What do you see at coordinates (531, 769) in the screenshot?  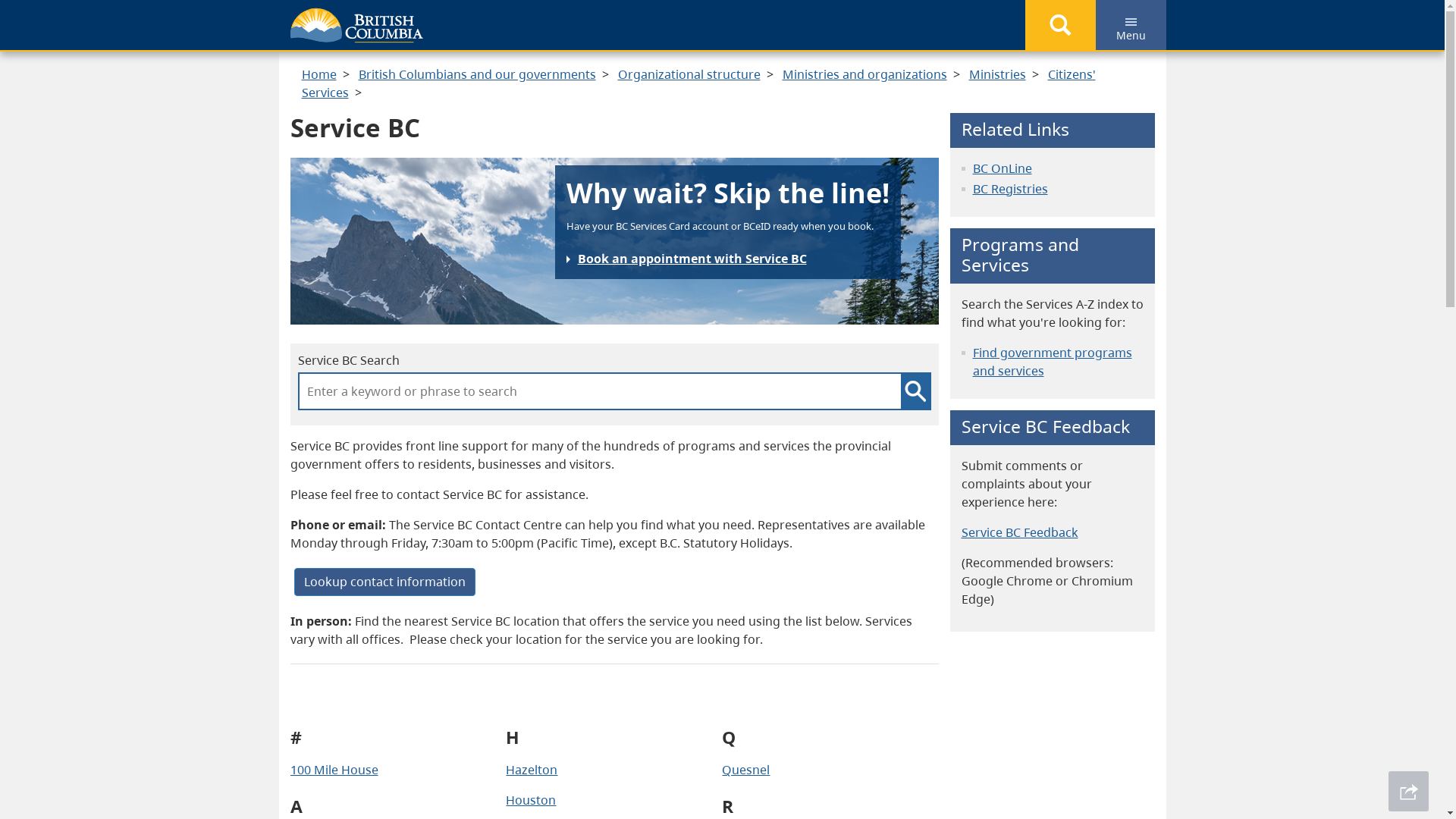 I see `'Hazelton'` at bounding box center [531, 769].